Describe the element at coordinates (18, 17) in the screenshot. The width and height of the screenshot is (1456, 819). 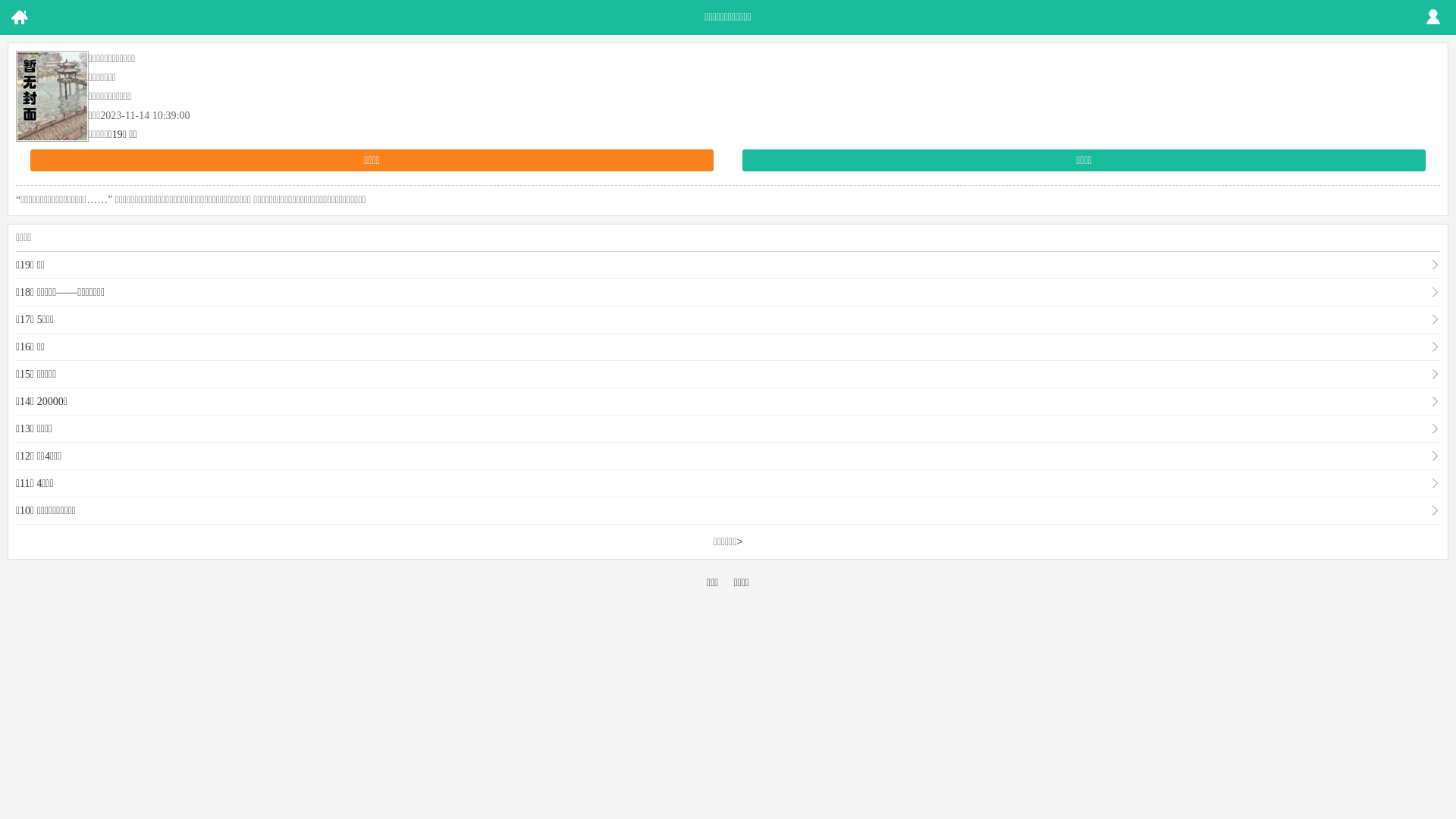
I see `' '` at that location.